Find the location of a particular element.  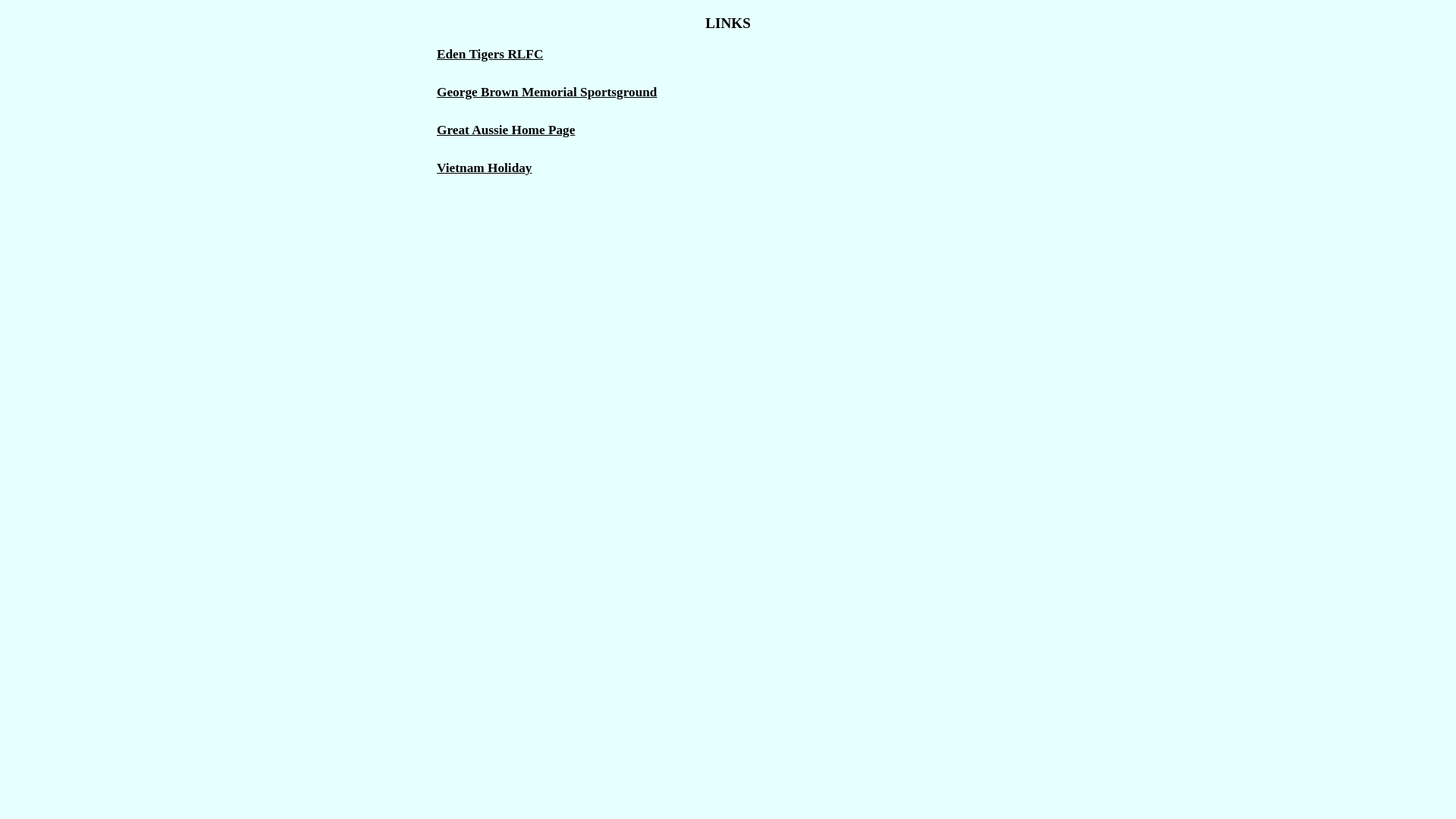

'Great Aussie Home Page' is located at coordinates (506, 129).